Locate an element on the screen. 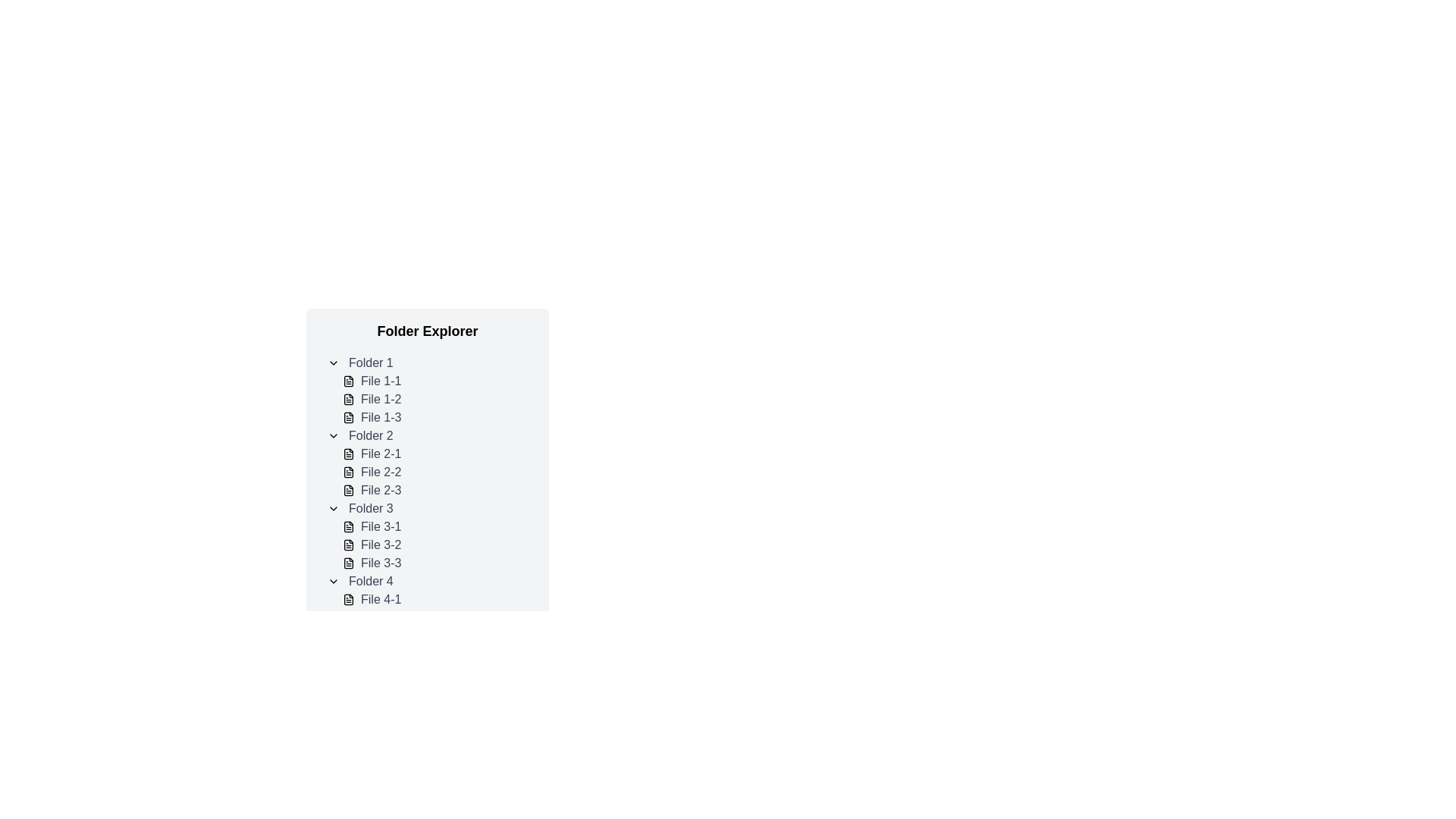 The image size is (1456, 819). the second file icon resembling a page document located next to 'File 1-2' under the expandable section titled 'Folder 1' is located at coordinates (348, 399).